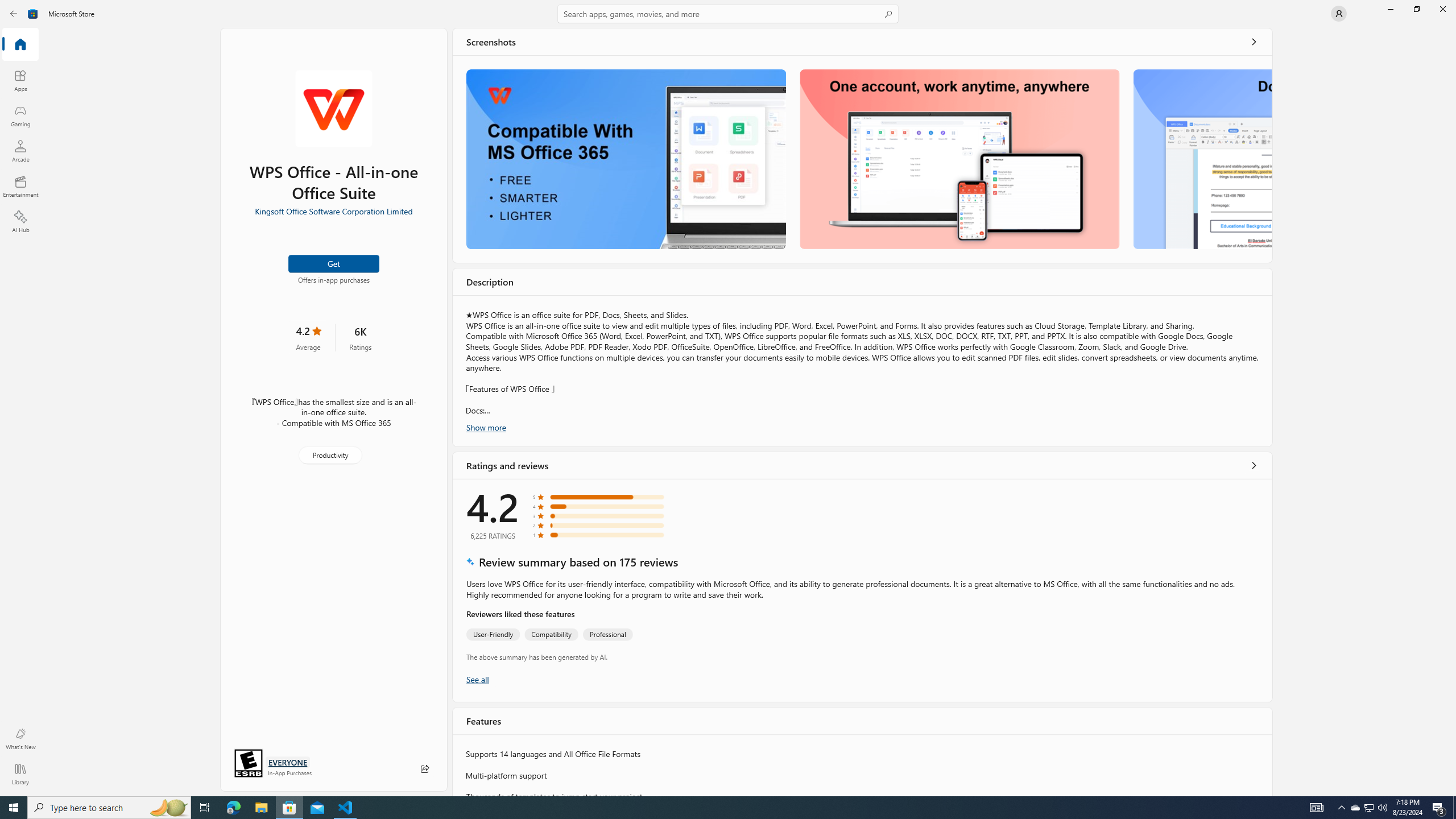 This screenshot has width=1456, height=819. Describe the element at coordinates (1338, 13) in the screenshot. I see `'User profile'` at that location.